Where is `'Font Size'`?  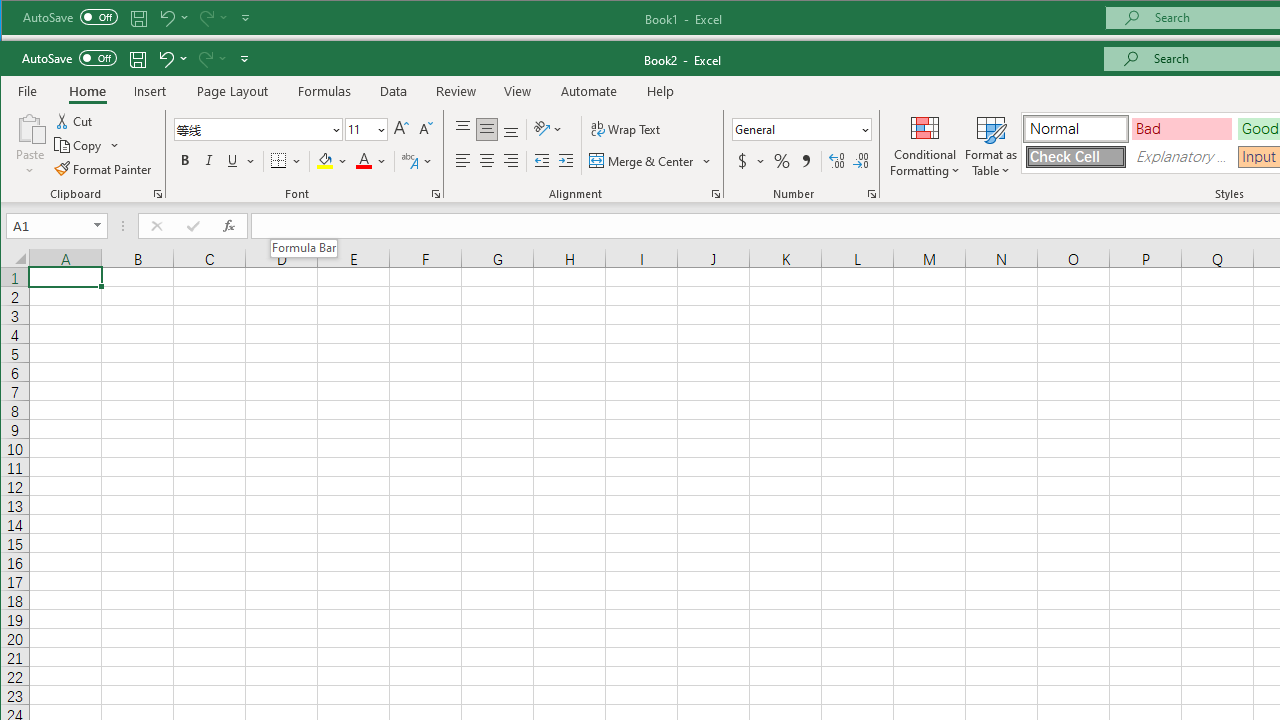
'Font Size' is located at coordinates (359, 129).